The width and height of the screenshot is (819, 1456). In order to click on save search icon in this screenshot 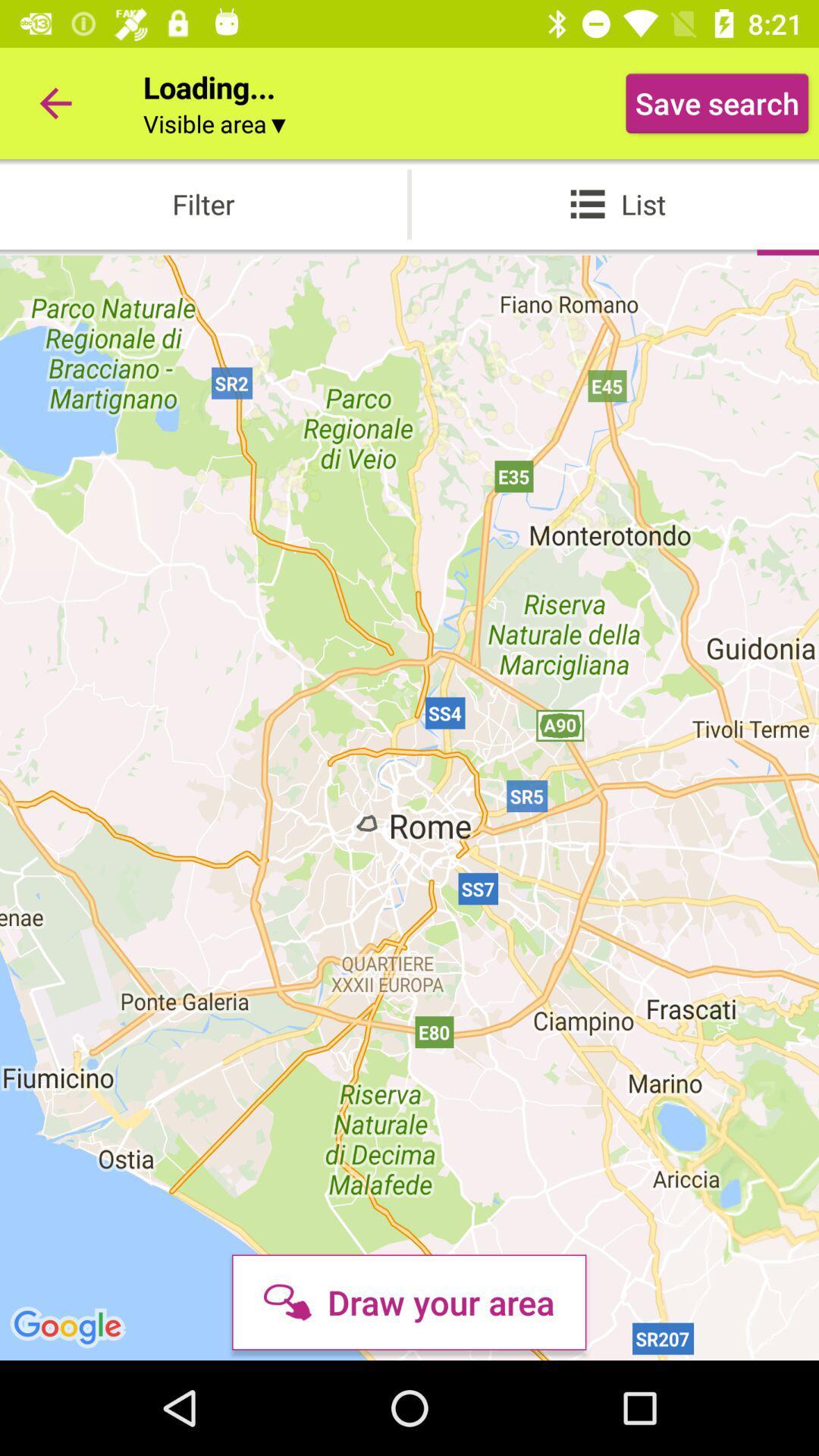, I will do `click(717, 102)`.